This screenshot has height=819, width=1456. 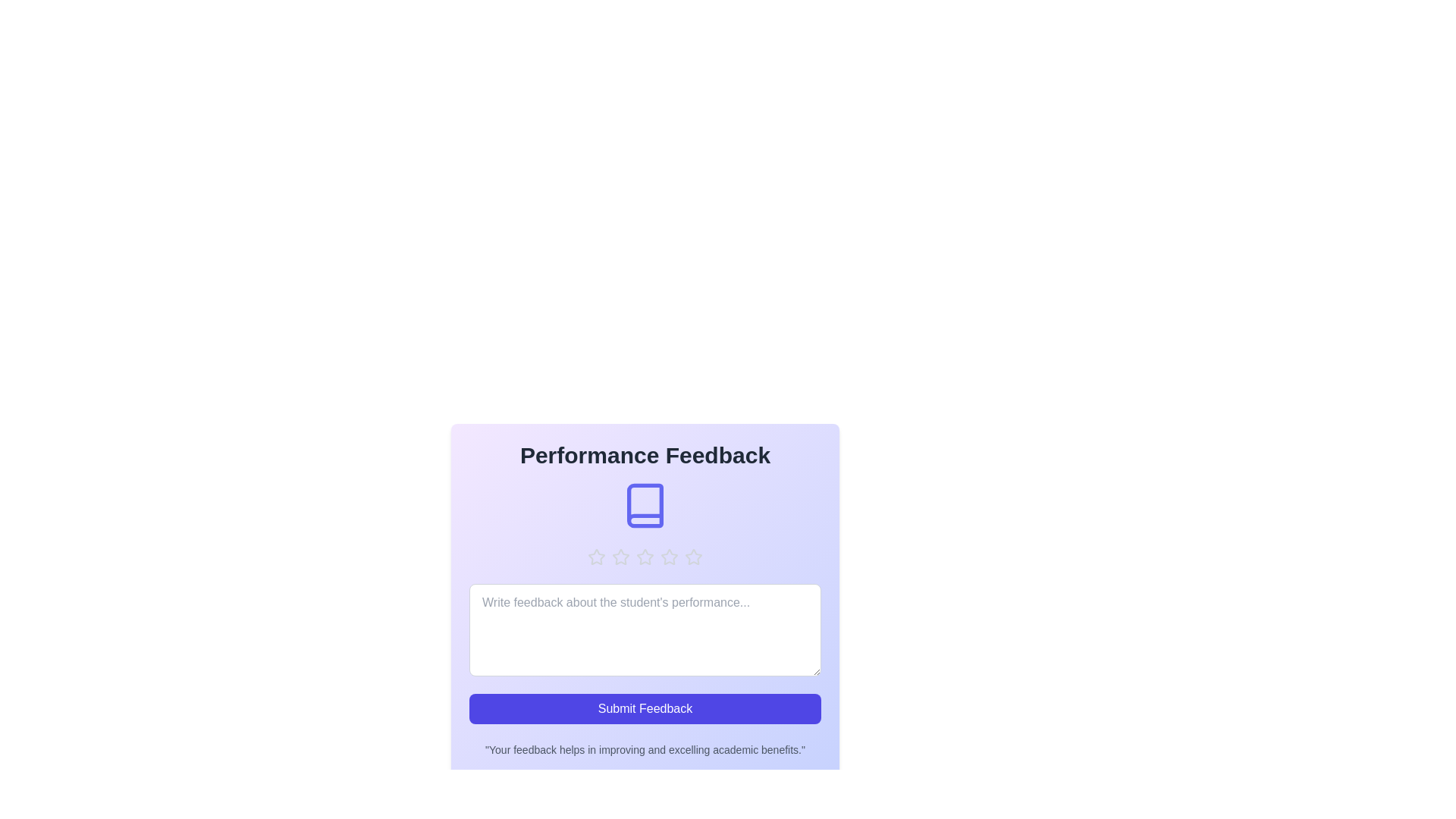 What do you see at coordinates (645, 557) in the screenshot?
I see `the star corresponding to 3 to set the rating` at bounding box center [645, 557].